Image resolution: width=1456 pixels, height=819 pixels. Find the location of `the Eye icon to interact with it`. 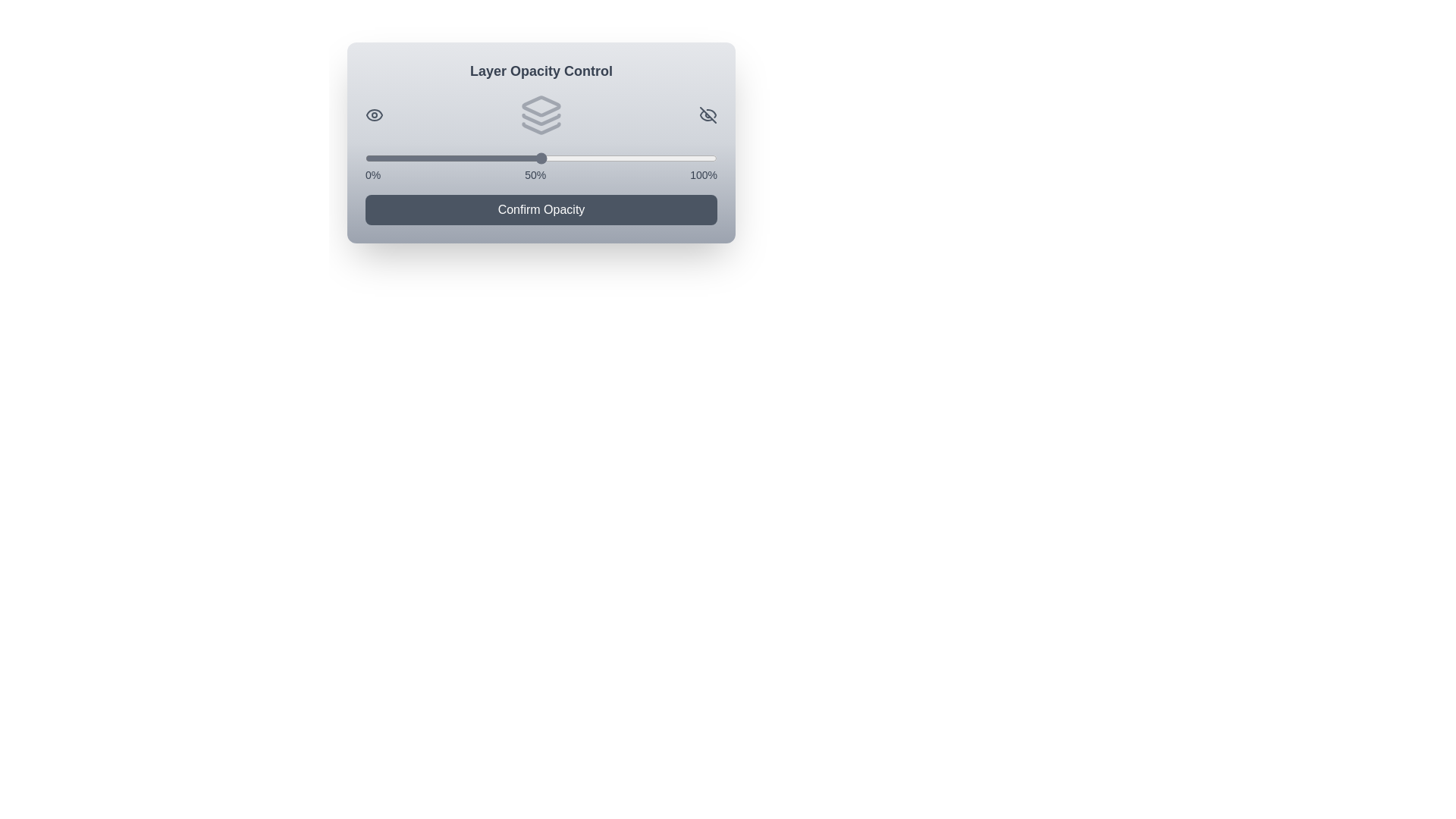

the Eye icon to interact with it is located at coordinates (375, 114).